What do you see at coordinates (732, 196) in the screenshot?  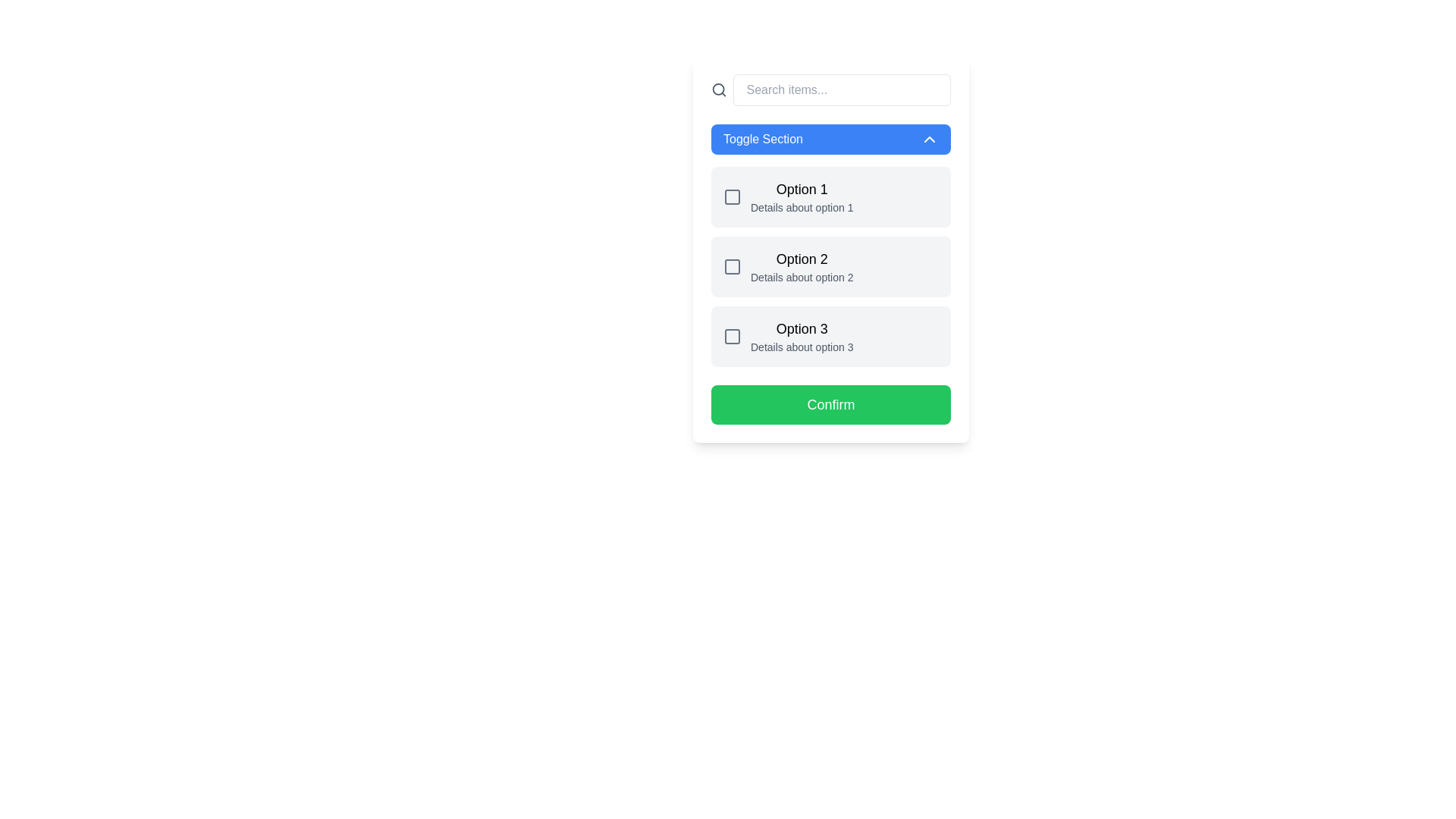 I see `the selection status of the graphical indicator within the square icon preceding 'Option 1' in the three-option list` at bounding box center [732, 196].